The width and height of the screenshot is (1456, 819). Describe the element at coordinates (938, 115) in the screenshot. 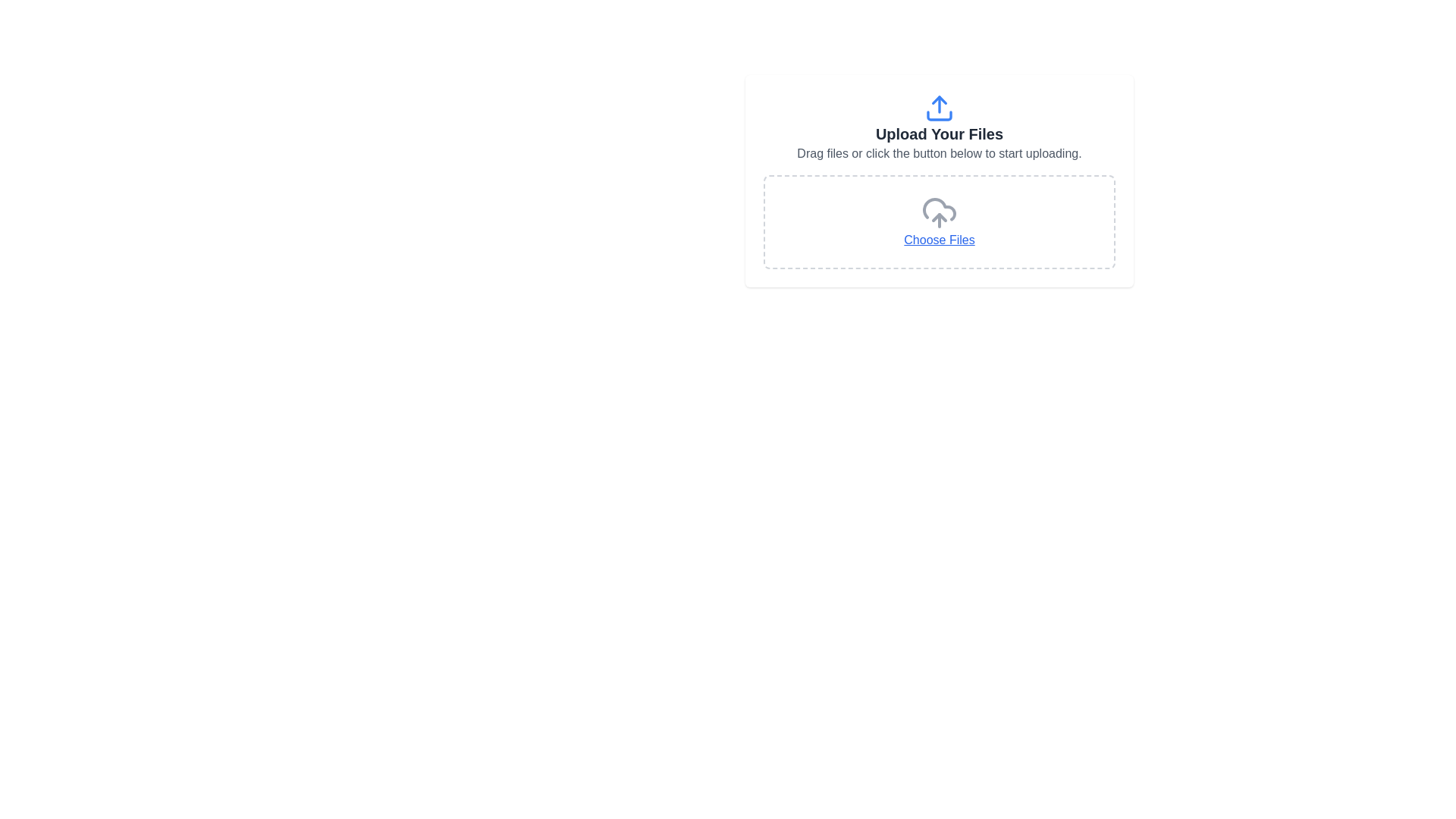

I see `the decorative horizontal line that forms part of the upload icon located at the top center of the file upload interface` at that location.